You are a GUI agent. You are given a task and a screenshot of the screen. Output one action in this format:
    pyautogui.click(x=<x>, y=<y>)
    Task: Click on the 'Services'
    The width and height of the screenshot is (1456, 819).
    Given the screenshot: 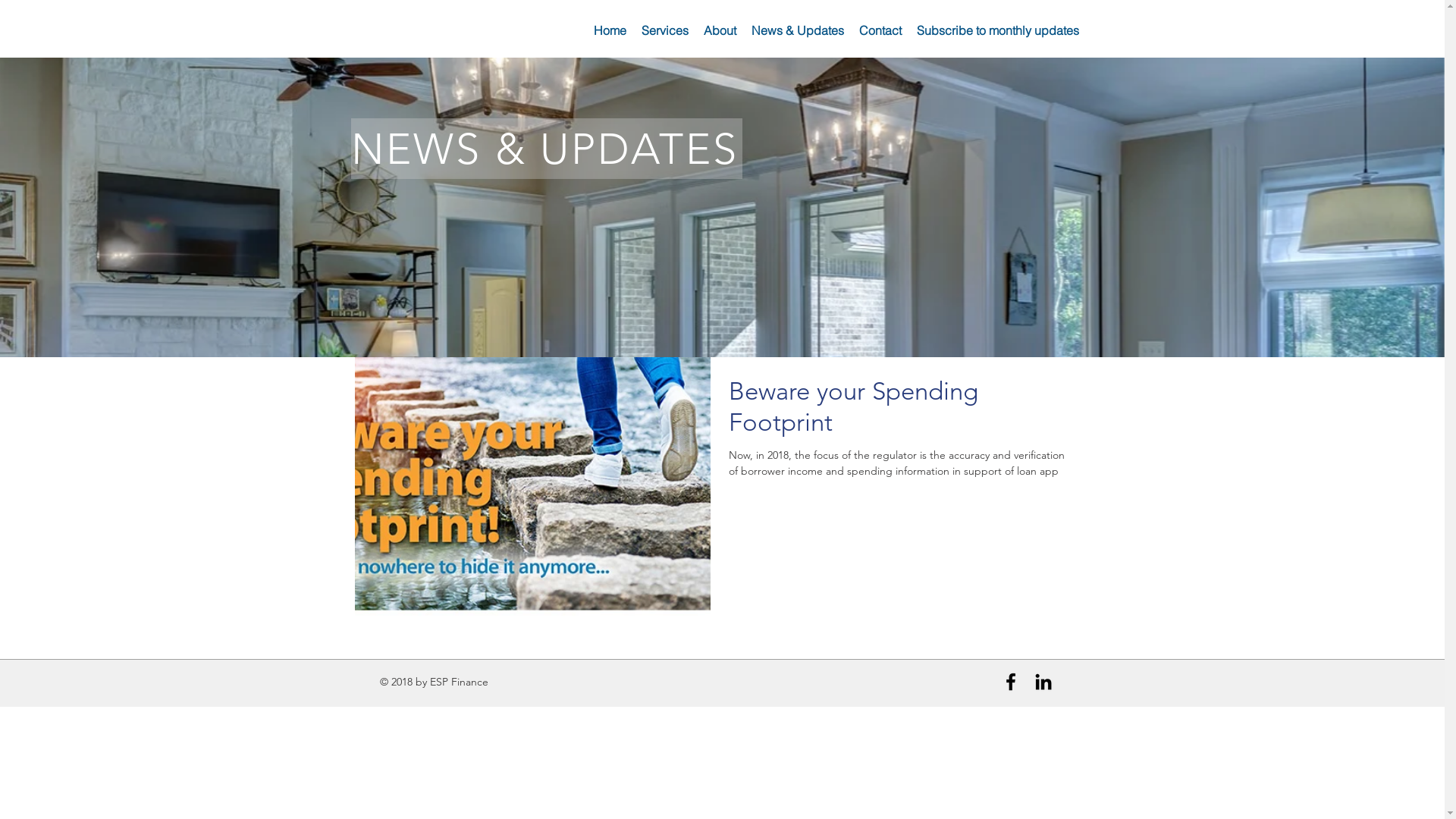 What is the action you would take?
    pyautogui.click(x=633, y=30)
    